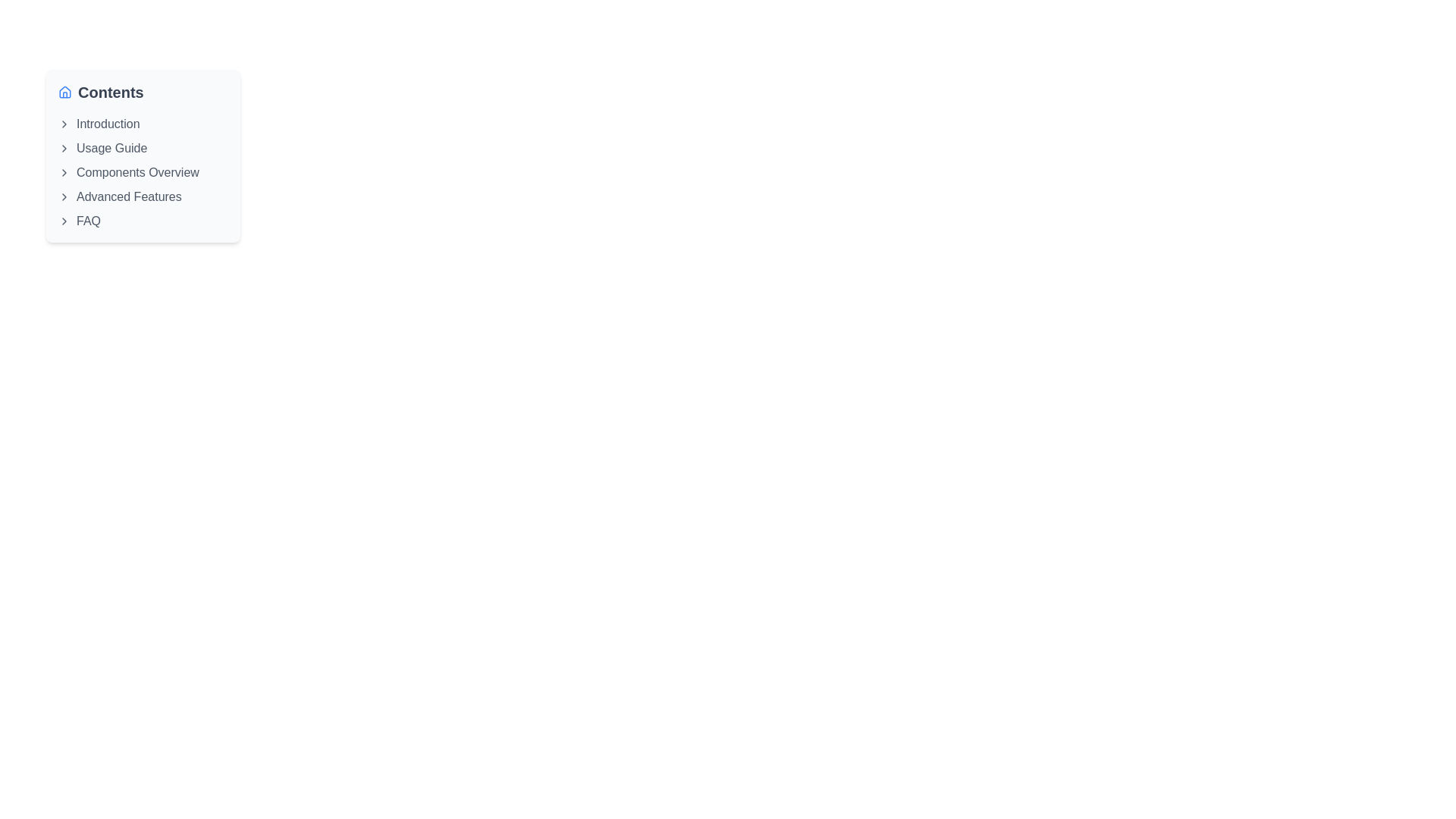 The width and height of the screenshot is (1456, 819). Describe the element at coordinates (64, 93) in the screenshot. I see `the home icon located to the left of the 'Contents' text in the navigation menu` at that location.